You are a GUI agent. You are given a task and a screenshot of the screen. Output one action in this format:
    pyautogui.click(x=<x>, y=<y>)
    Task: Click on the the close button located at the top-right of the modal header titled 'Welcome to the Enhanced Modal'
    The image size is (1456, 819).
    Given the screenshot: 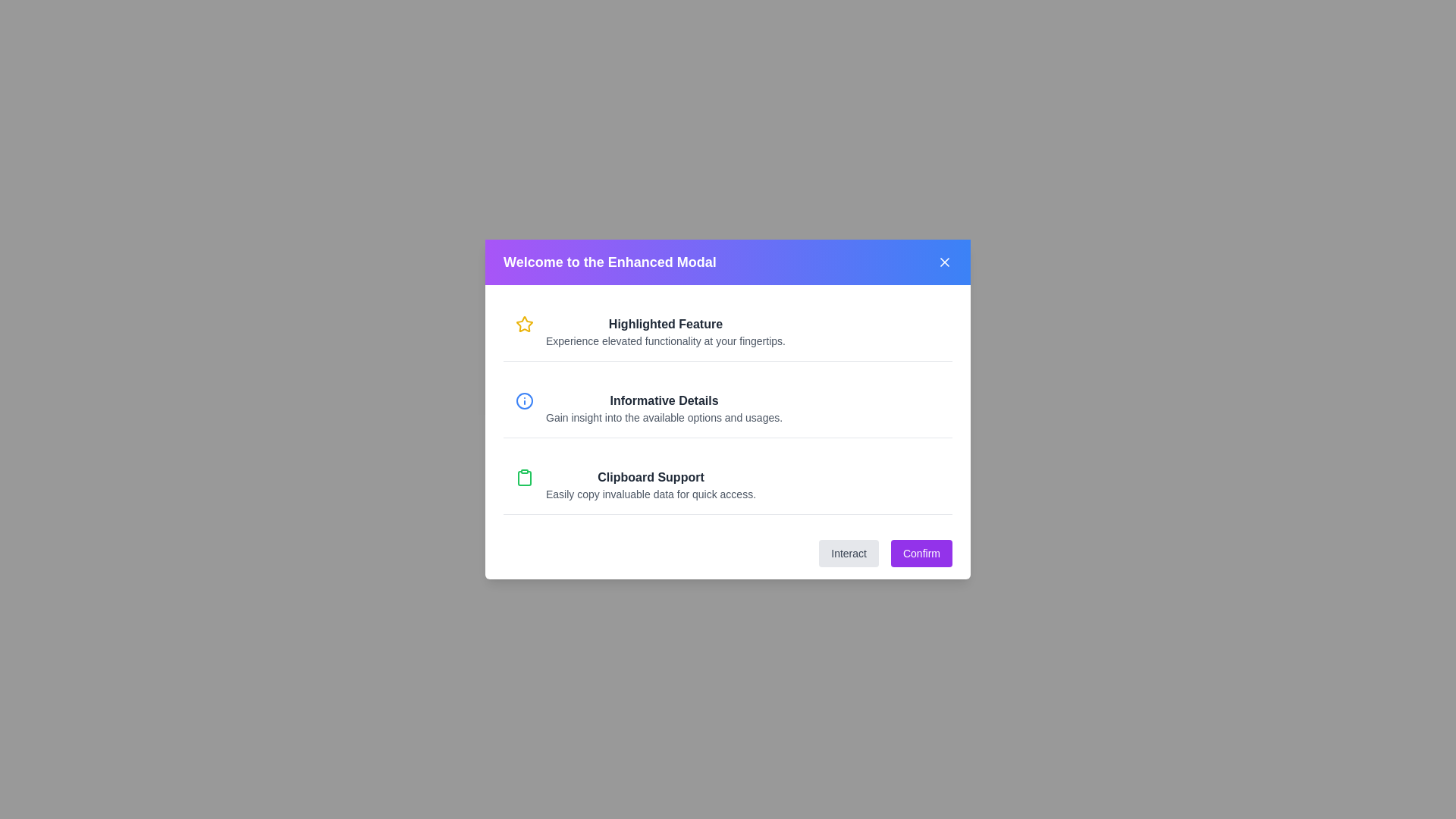 What is the action you would take?
    pyautogui.click(x=943, y=262)
    